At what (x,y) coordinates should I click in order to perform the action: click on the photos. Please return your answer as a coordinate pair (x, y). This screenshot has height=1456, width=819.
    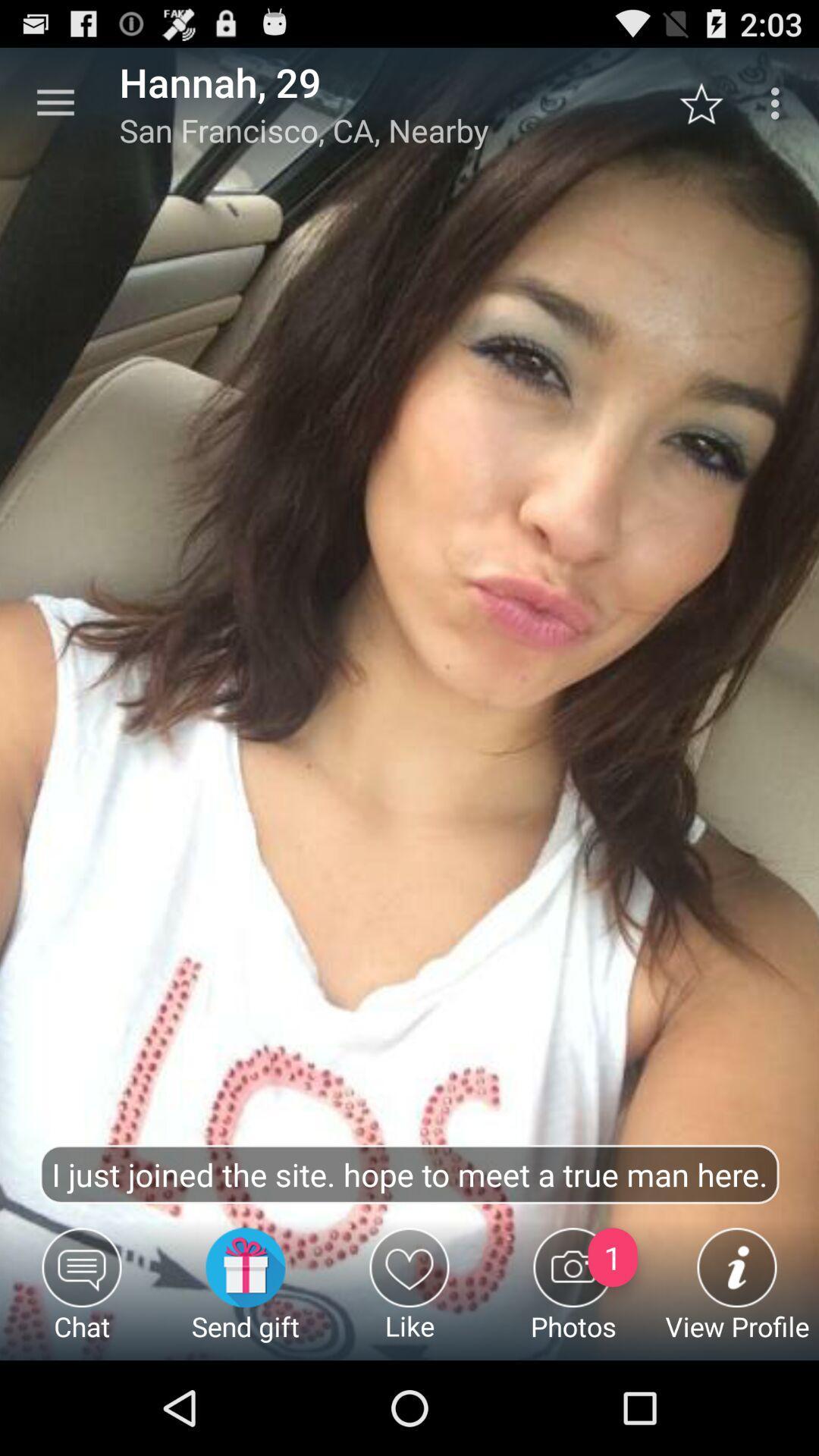
    Looking at the image, I should click on (573, 1293).